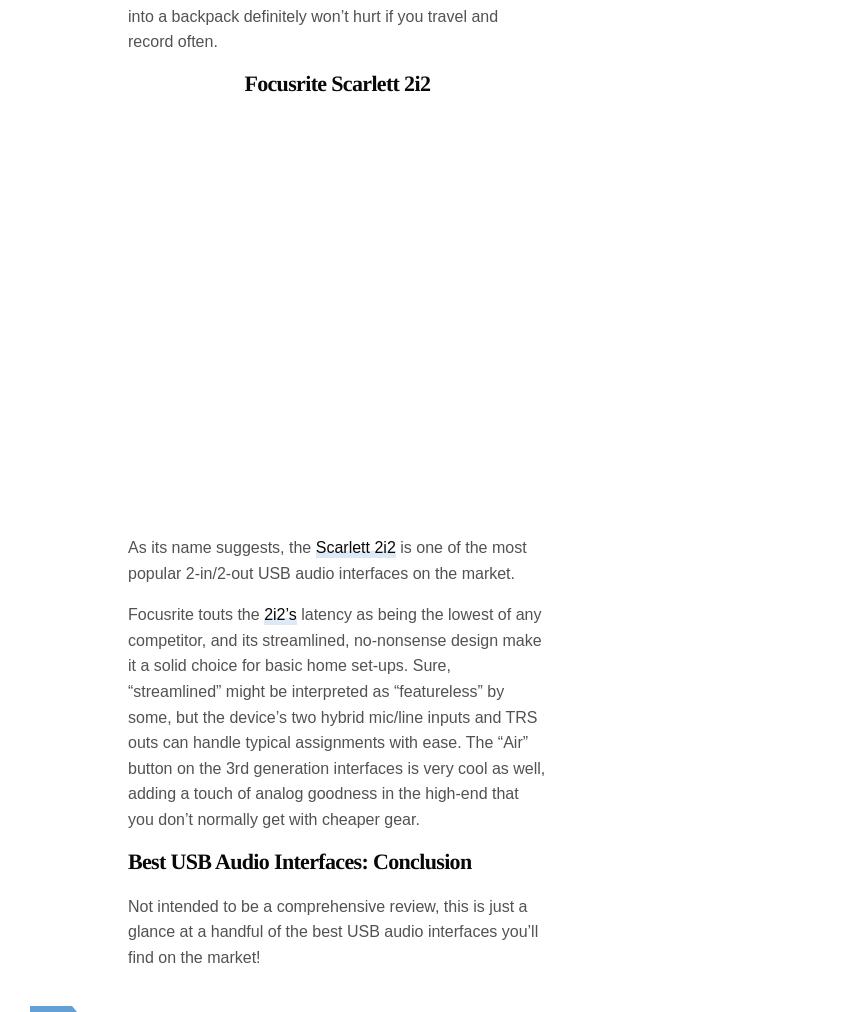 This screenshot has width=850, height=1012. I want to click on 'Scarlett 2i2', so click(315, 385).